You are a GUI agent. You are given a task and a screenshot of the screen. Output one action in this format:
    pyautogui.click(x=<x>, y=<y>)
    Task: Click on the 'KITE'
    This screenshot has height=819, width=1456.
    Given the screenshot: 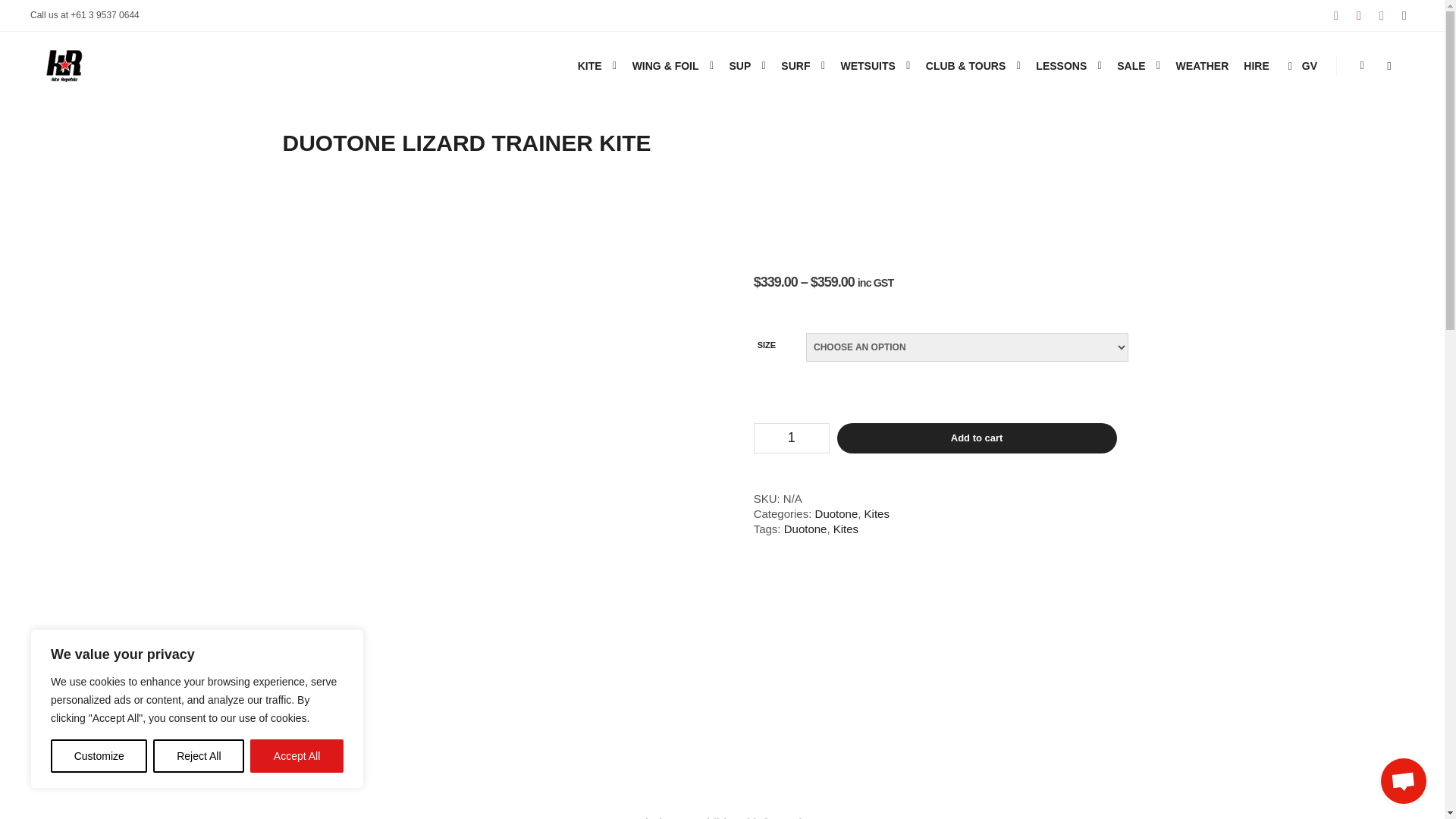 What is the action you would take?
    pyautogui.click(x=586, y=65)
    